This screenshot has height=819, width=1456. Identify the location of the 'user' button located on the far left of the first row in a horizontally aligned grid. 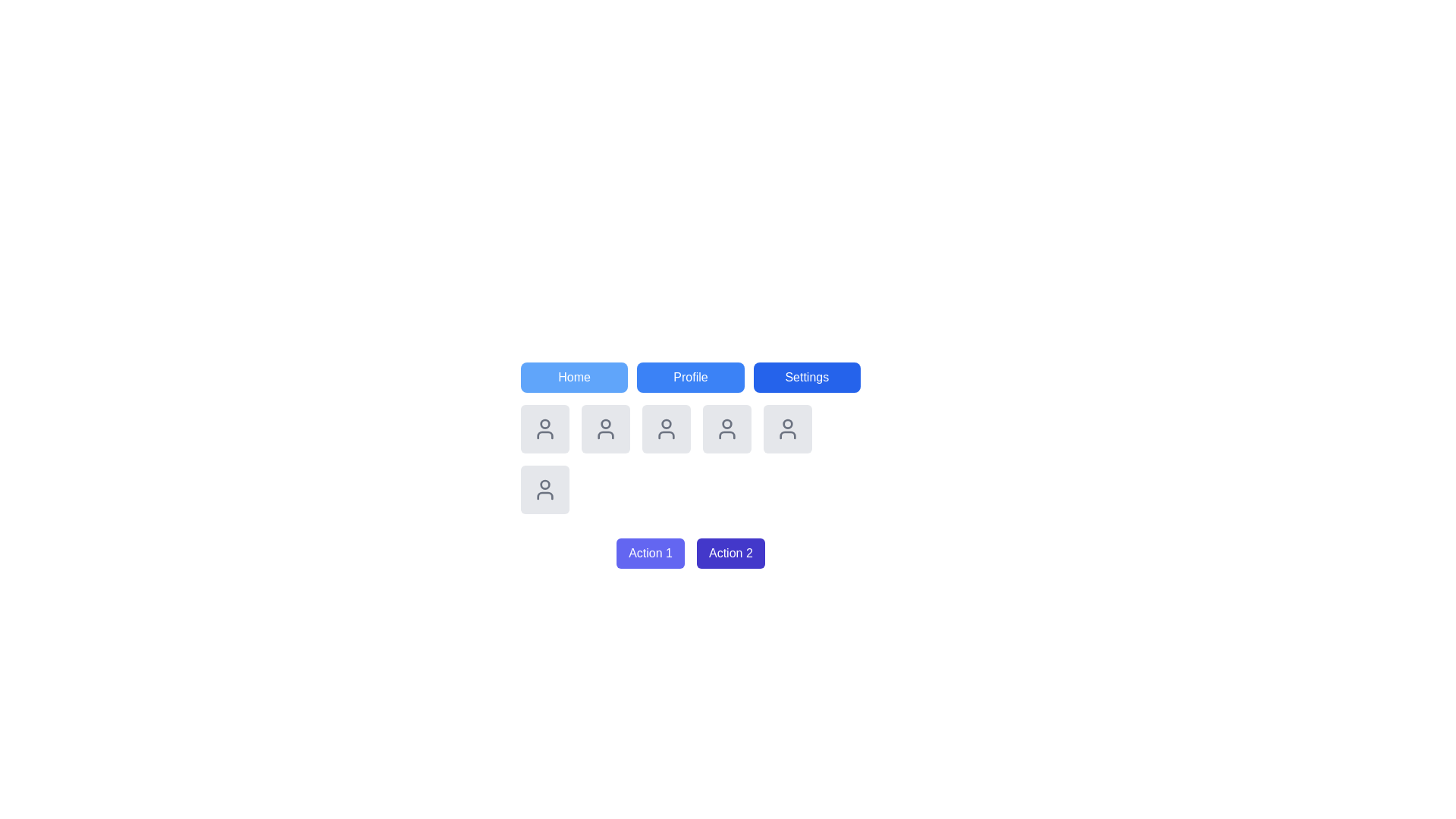
(545, 429).